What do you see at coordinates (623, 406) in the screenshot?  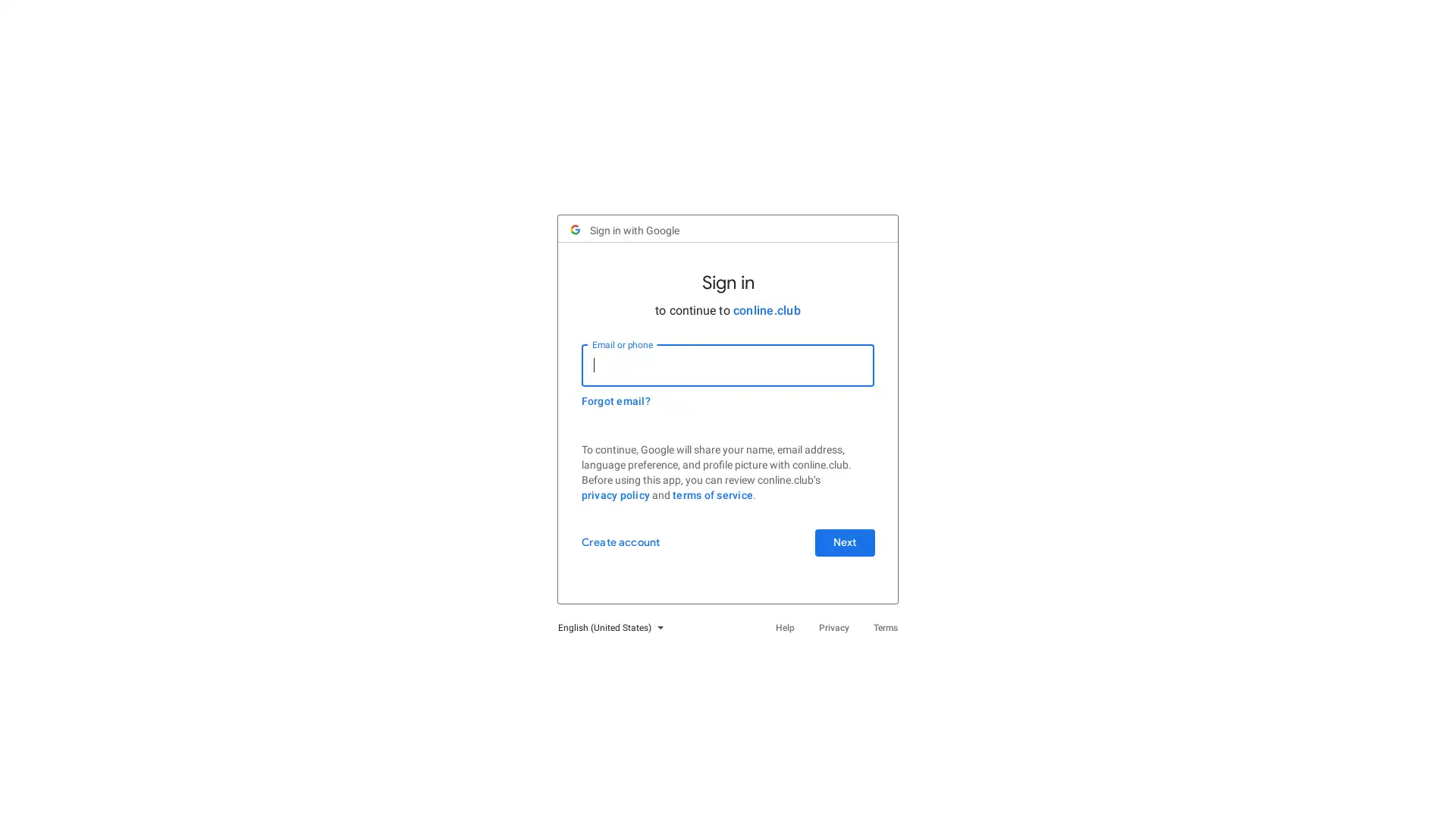 I see `Forgot email?` at bounding box center [623, 406].